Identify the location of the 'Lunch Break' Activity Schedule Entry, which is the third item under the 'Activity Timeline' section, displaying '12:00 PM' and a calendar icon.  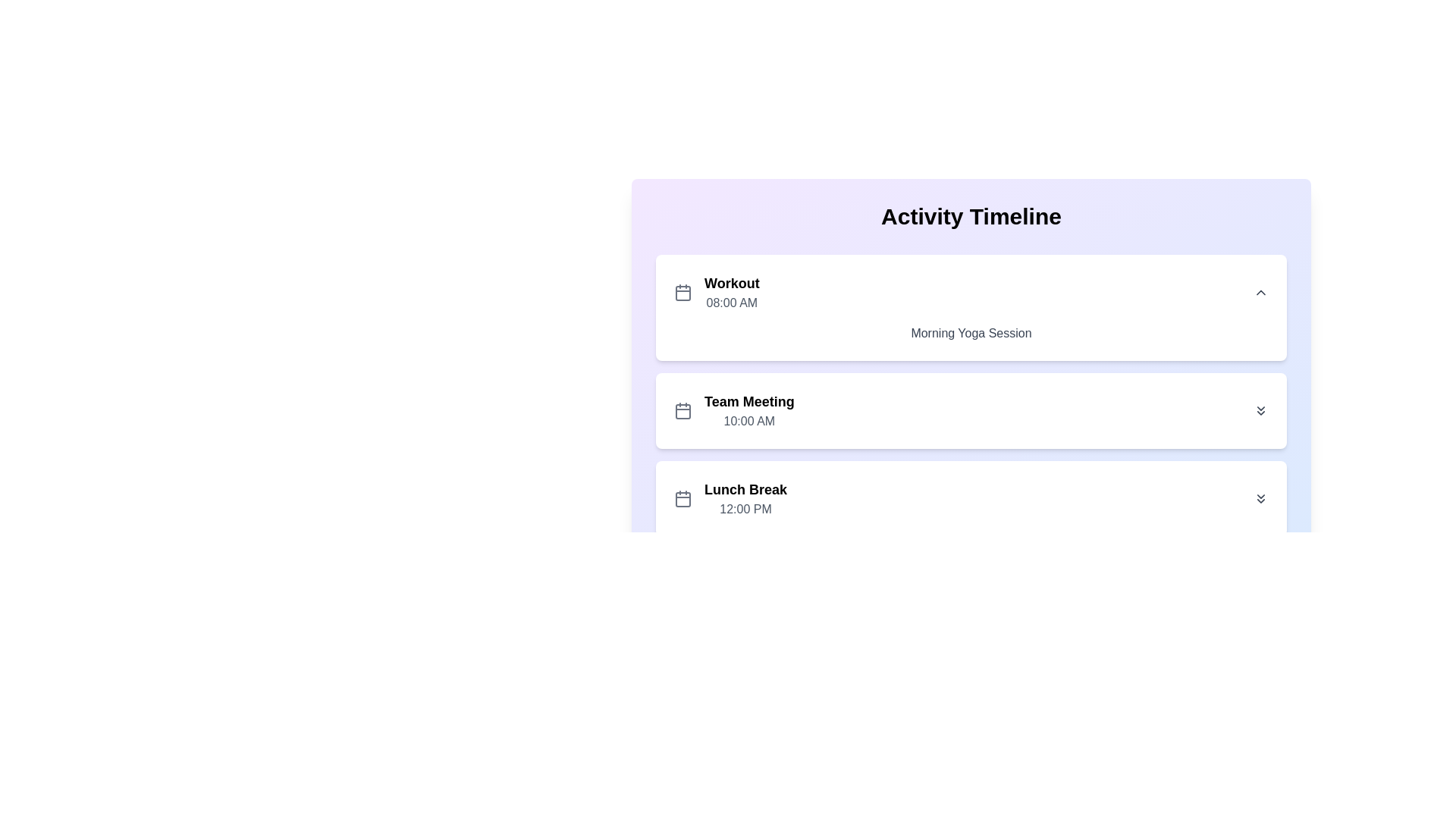
(730, 499).